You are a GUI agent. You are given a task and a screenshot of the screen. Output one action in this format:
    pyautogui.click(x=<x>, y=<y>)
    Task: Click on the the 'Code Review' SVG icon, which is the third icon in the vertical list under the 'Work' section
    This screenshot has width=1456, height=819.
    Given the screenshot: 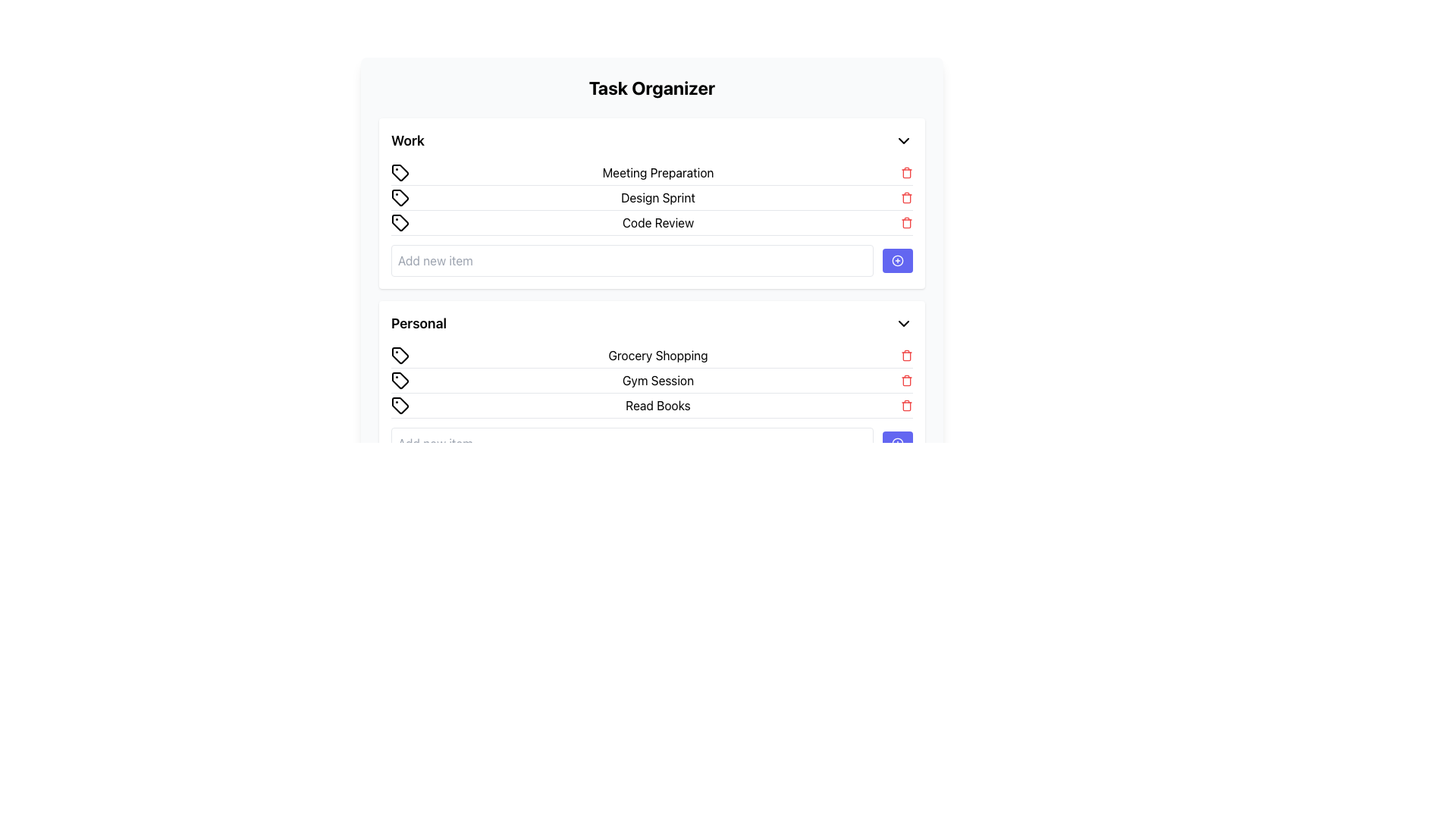 What is the action you would take?
    pyautogui.click(x=400, y=222)
    